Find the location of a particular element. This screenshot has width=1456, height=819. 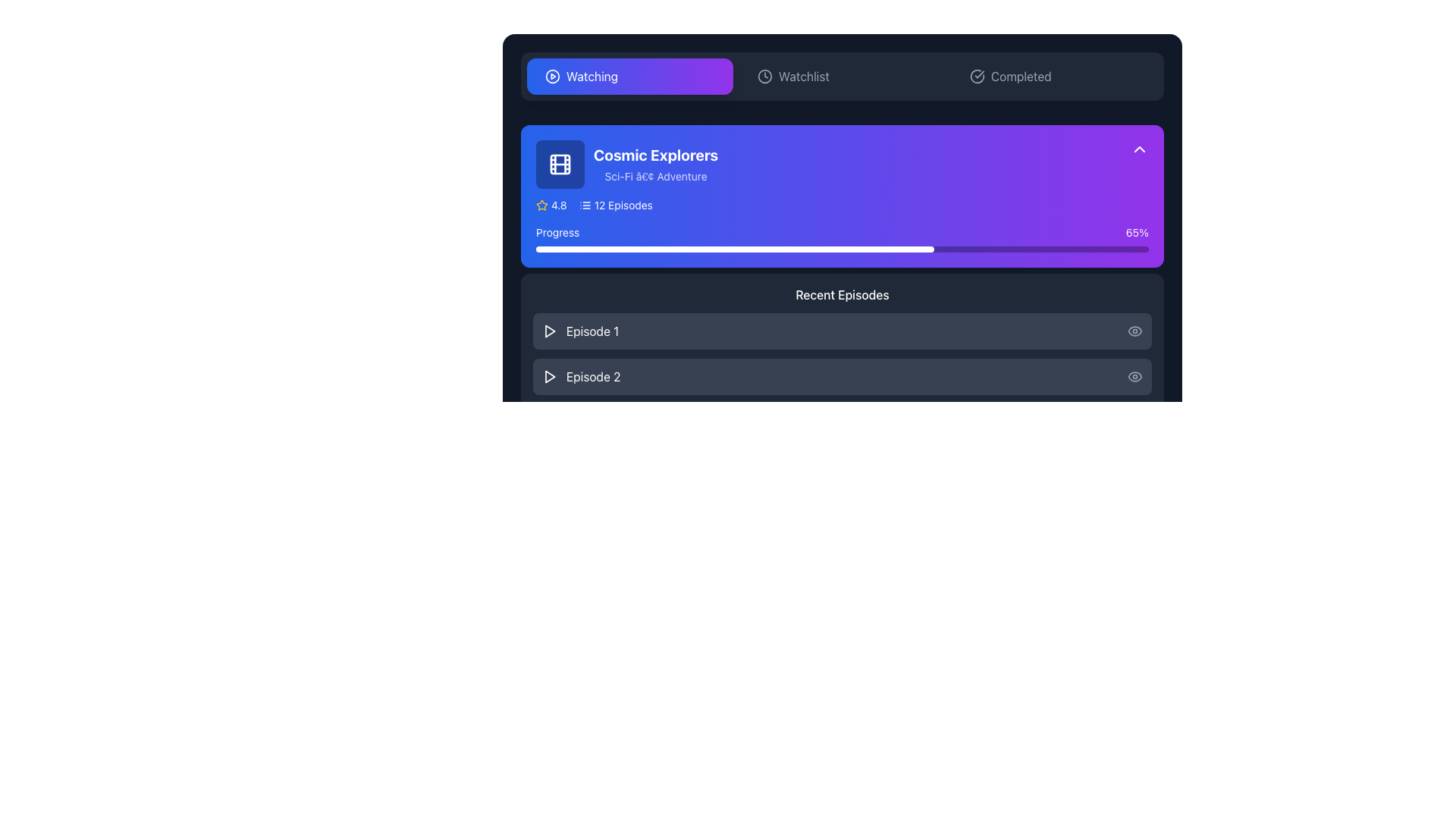

the progress is located at coordinates (554, 595).